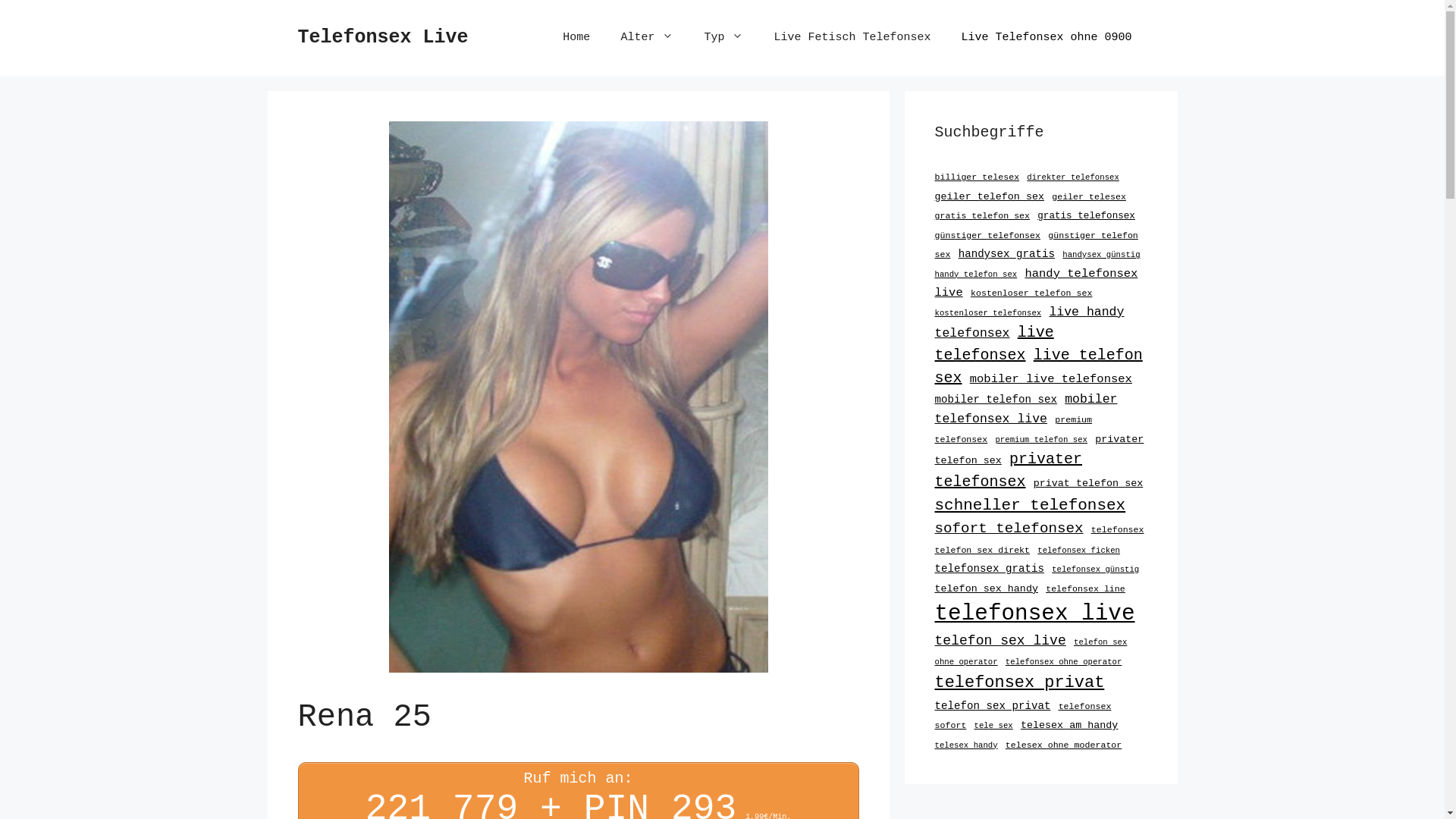 Image resolution: width=1456 pixels, height=819 pixels. Describe the element at coordinates (993, 344) in the screenshot. I see `'live telefonsex'` at that location.